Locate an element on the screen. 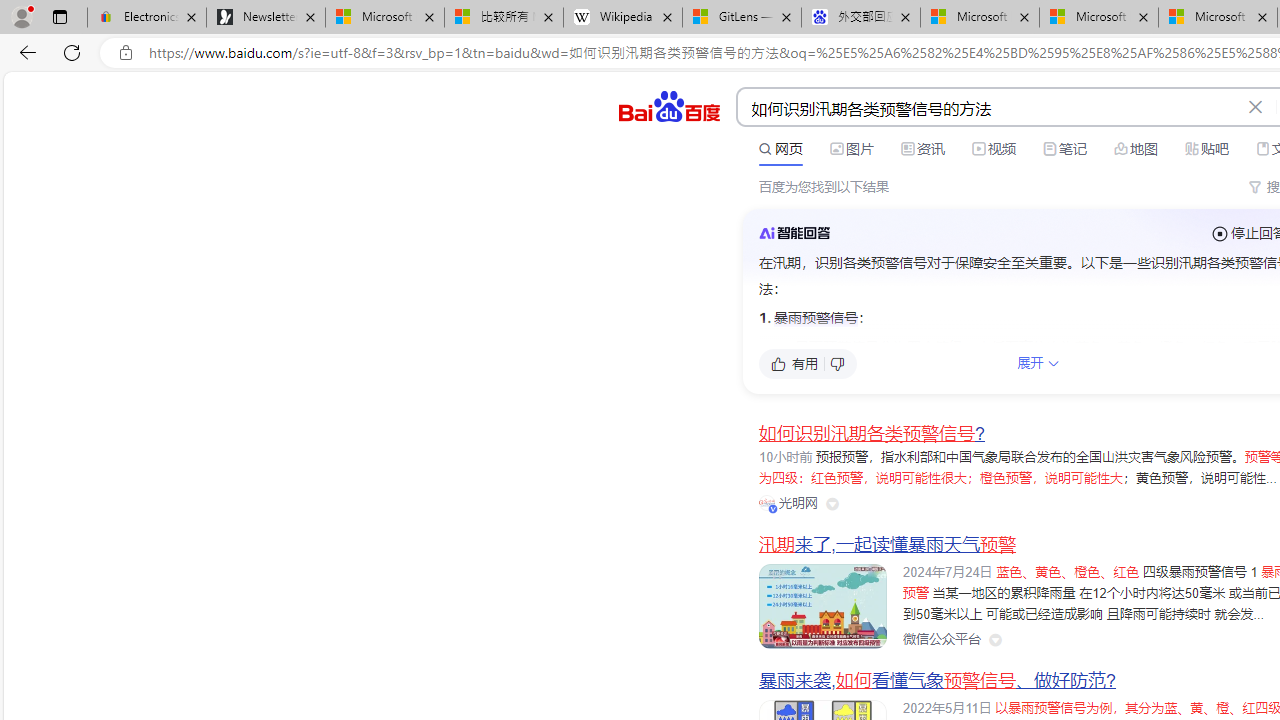 The width and height of the screenshot is (1280, 720). 'Refresh' is located at coordinates (72, 51).